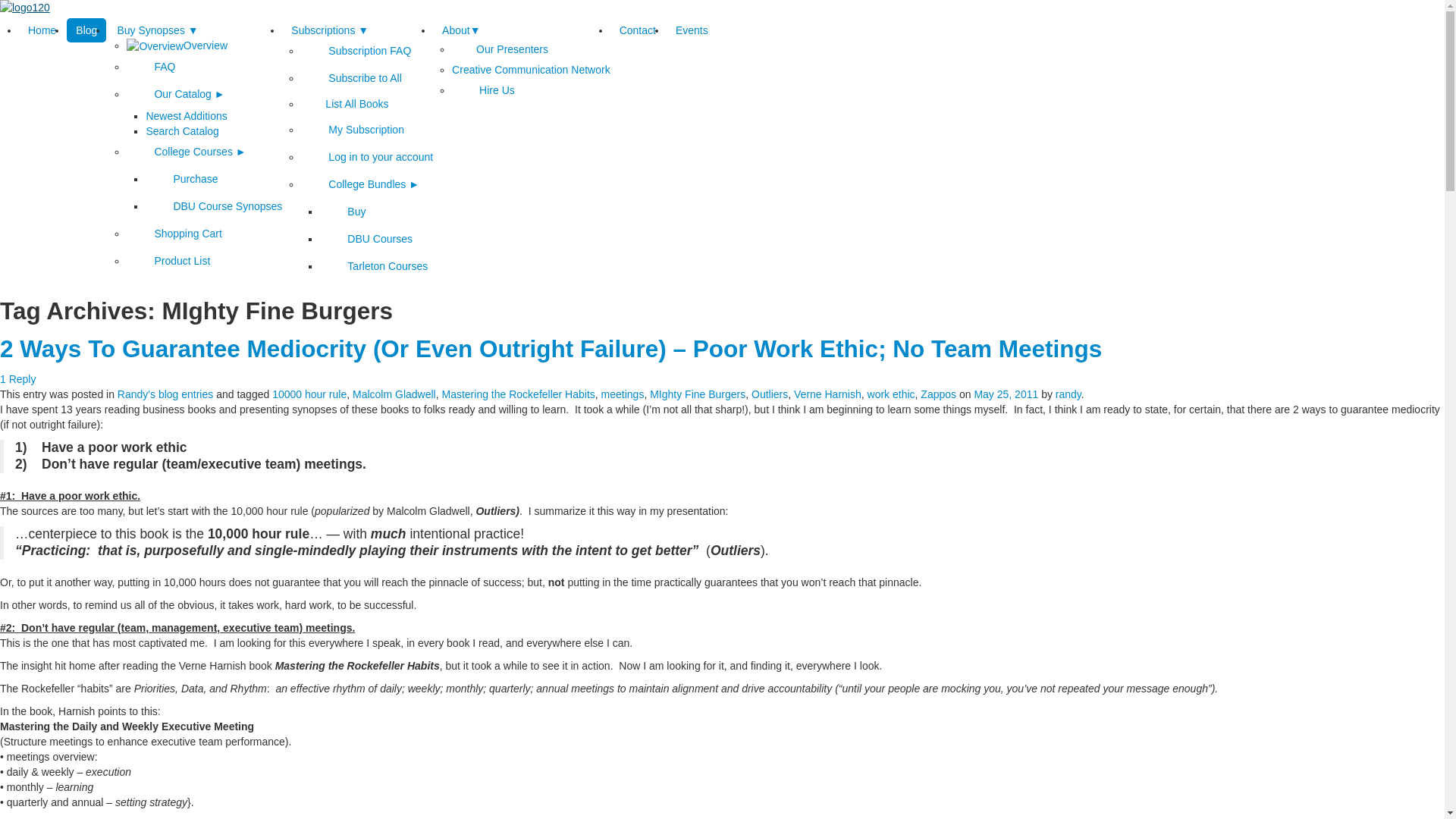  Describe the element at coordinates (213, 206) in the screenshot. I see `'DBU Course Synopses'` at that location.